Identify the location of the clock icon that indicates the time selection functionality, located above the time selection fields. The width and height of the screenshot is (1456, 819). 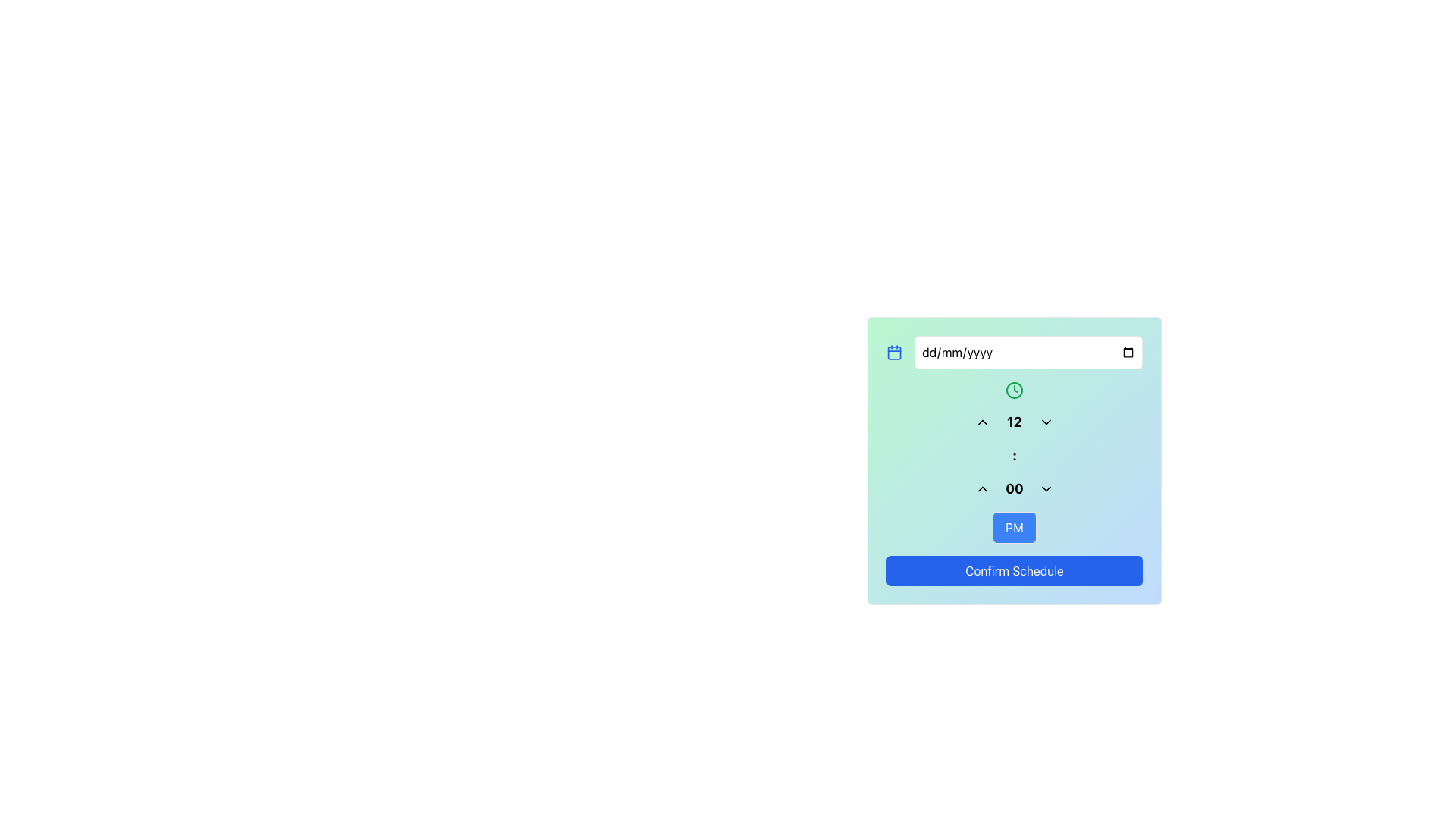
(1015, 390).